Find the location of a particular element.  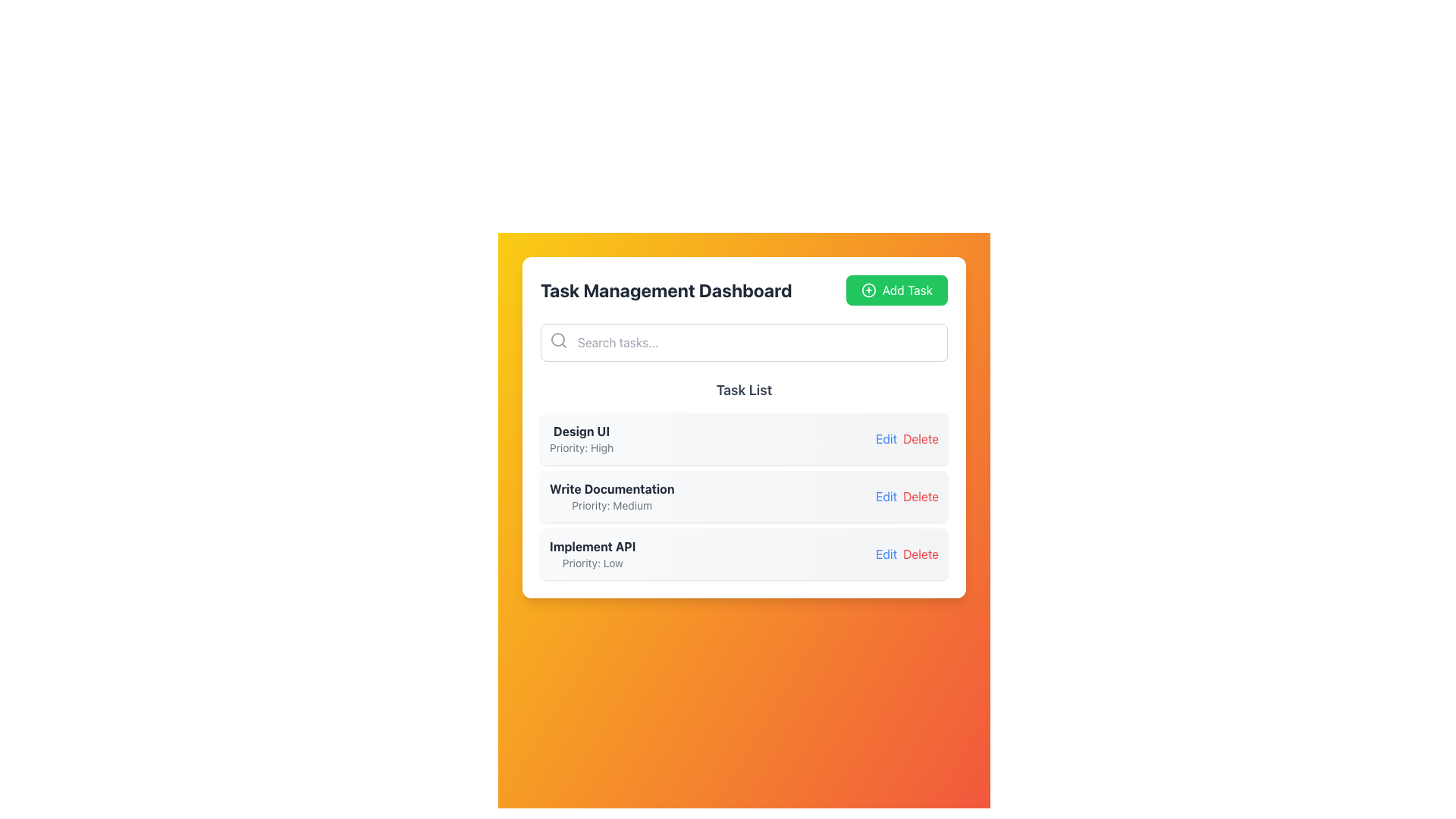

the 'Add Task' button with a green background and white text to observe its hover effect is located at coordinates (896, 290).